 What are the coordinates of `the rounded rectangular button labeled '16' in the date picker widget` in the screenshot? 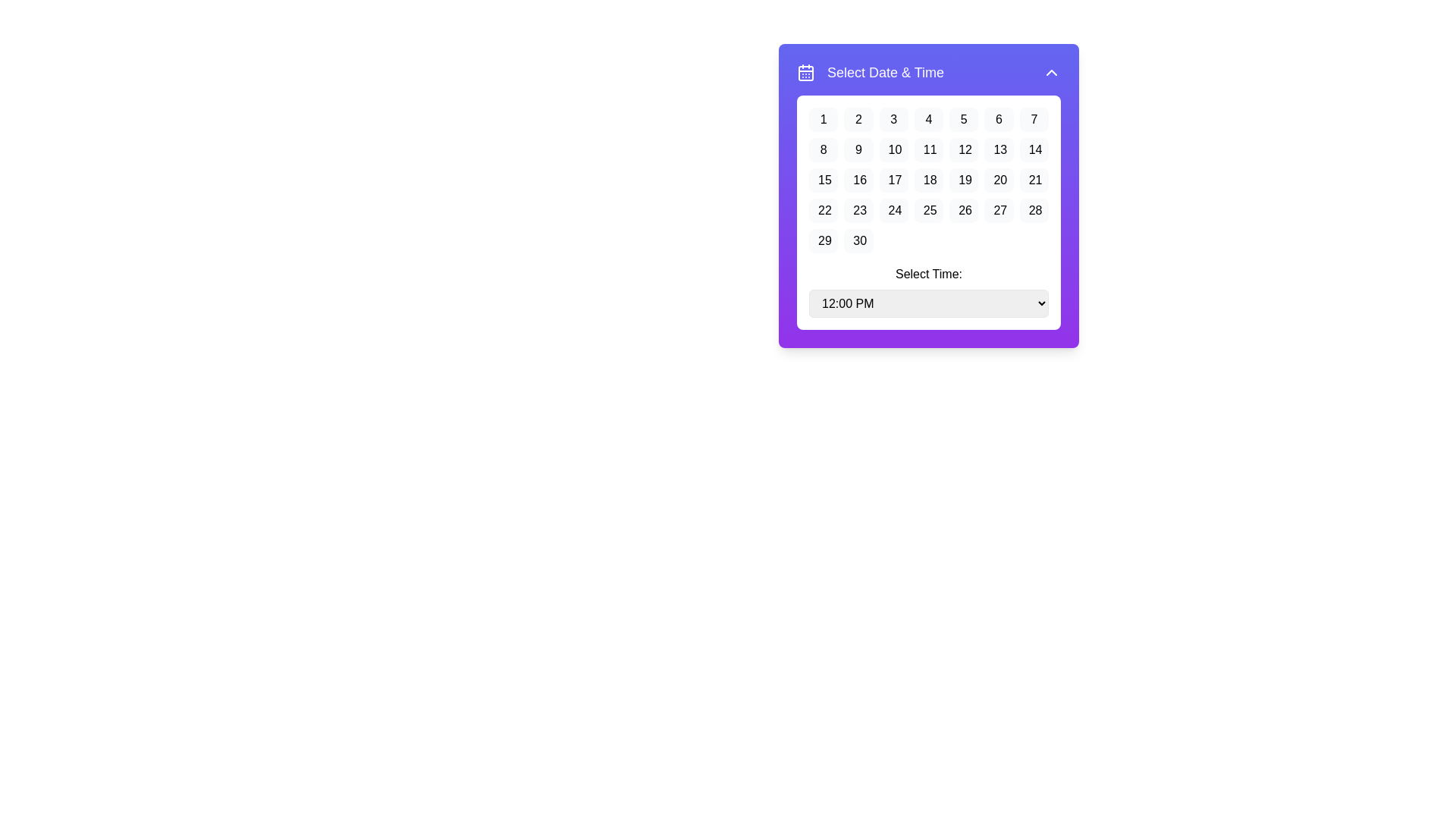 It's located at (858, 180).